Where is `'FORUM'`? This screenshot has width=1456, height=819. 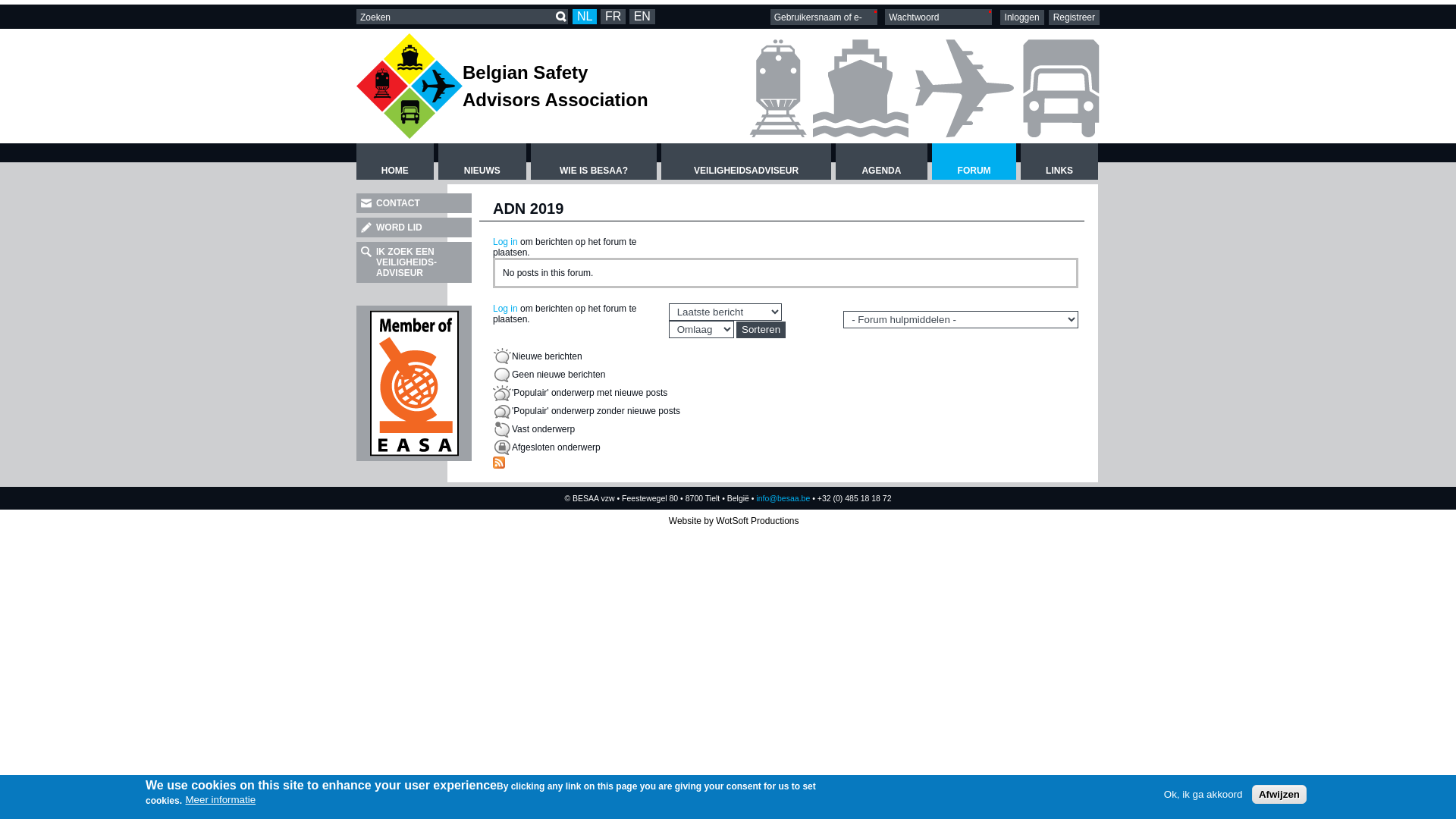 'FORUM' is located at coordinates (930, 161).